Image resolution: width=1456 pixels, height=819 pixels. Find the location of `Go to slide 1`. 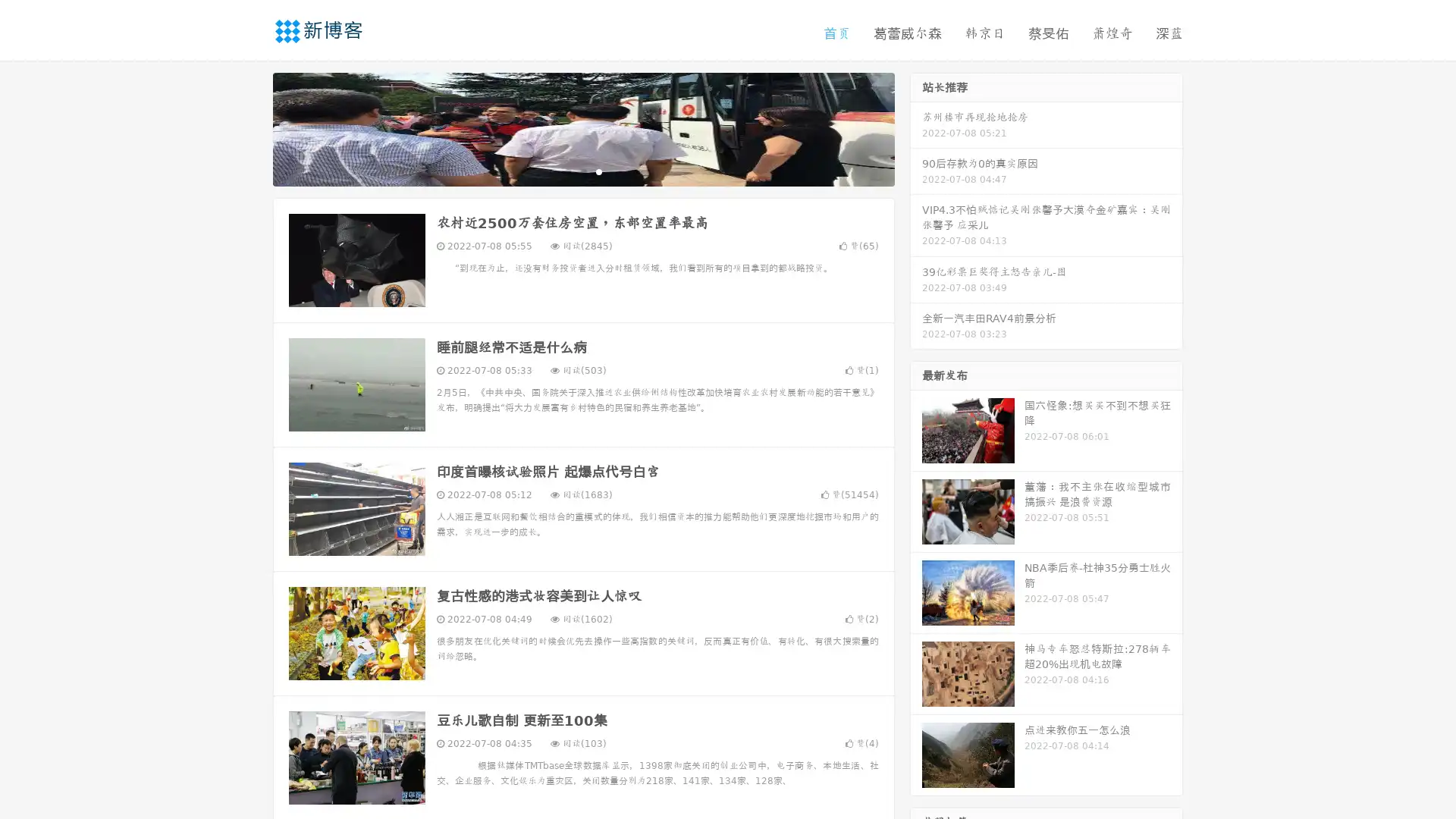

Go to slide 1 is located at coordinates (567, 171).